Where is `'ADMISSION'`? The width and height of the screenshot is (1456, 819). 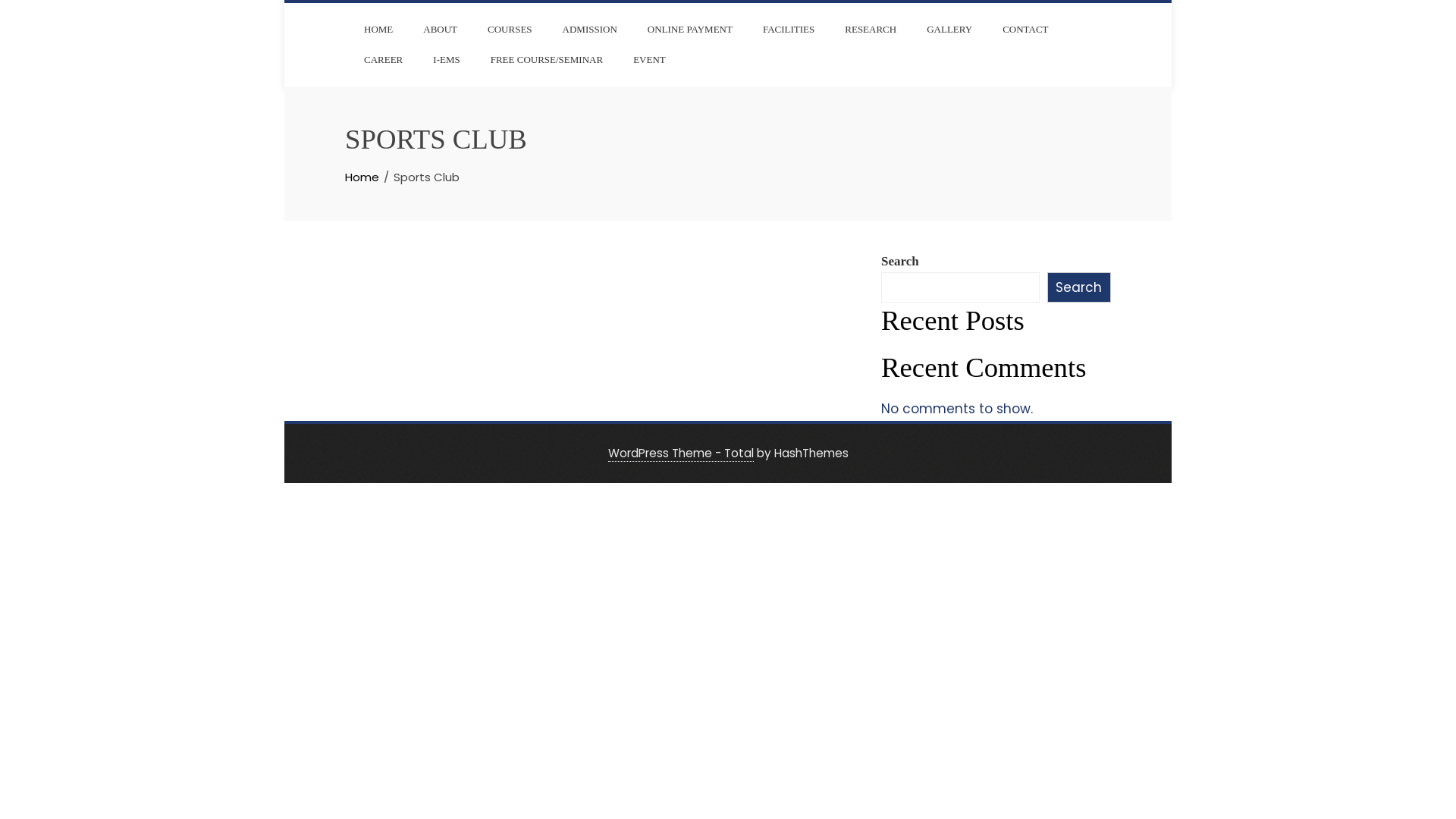 'ADMISSION' is located at coordinates (588, 29).